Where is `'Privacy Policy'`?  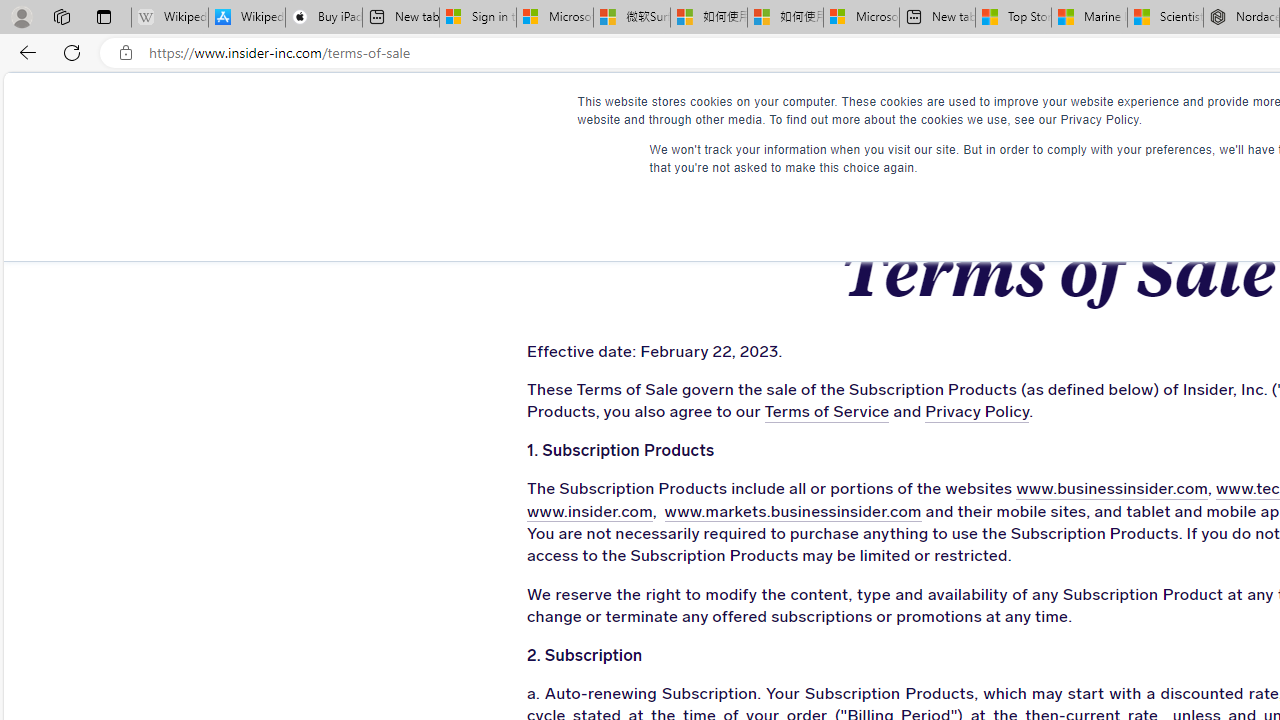 'Privacy Policy' is located at coordinates (977, 411).